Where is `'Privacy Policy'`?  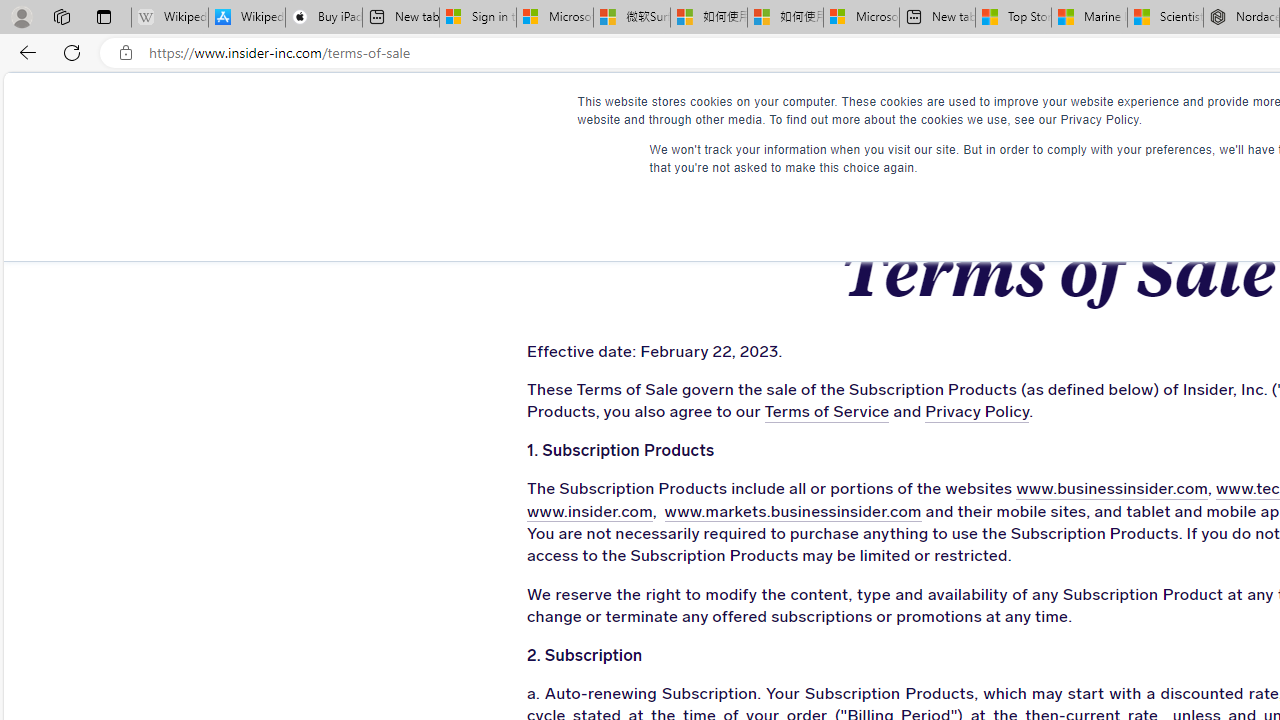 'Privacy Policy' is located at coordinates (977, 411).